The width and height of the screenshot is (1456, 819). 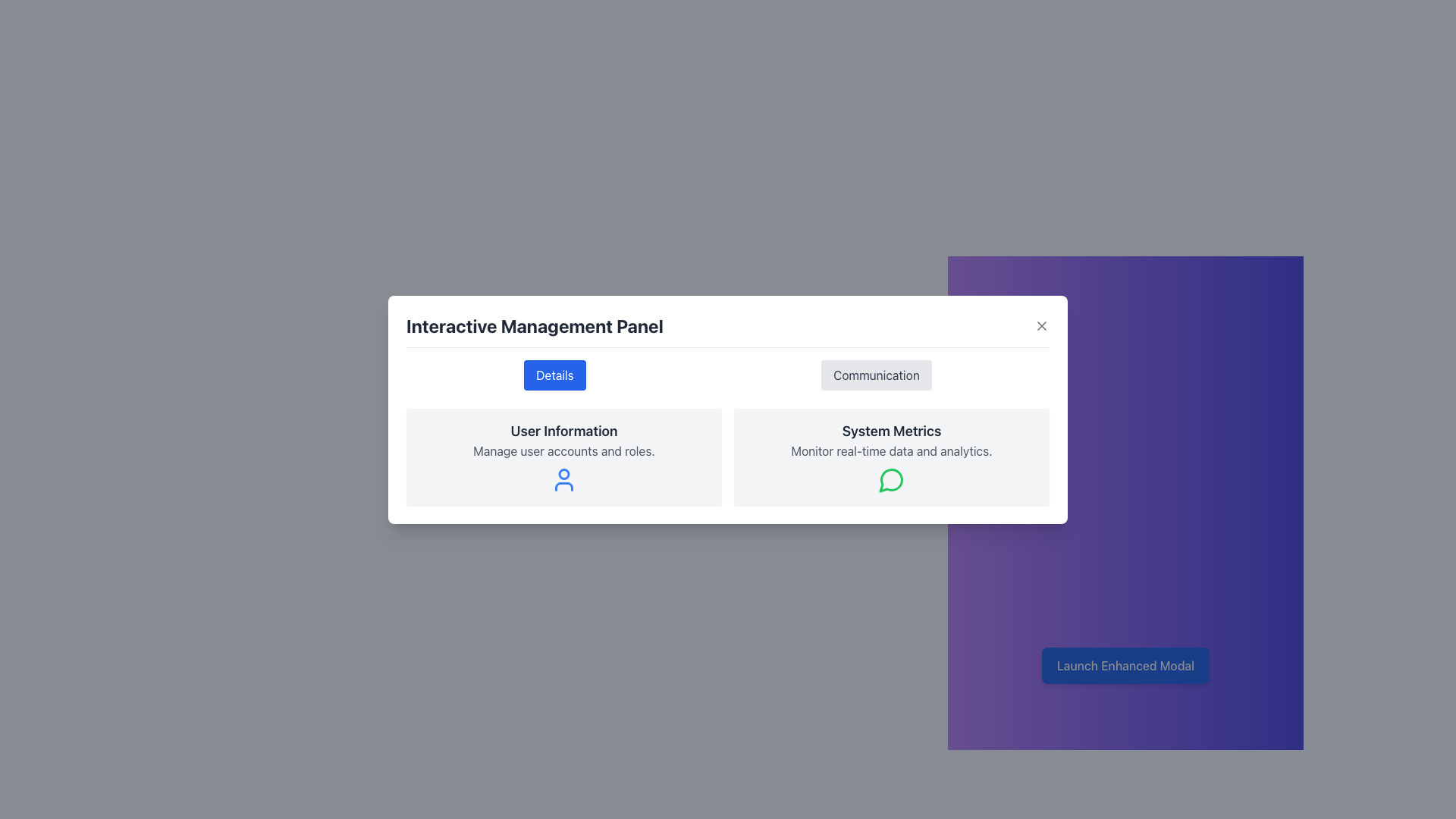 What do you see at coordinates (563, 479) in the screenshot?
I see `the blue outline user icon located under the 'User Information' text in the left section of the 'Interactive Management Panel'` at bounding box center [563, 479].